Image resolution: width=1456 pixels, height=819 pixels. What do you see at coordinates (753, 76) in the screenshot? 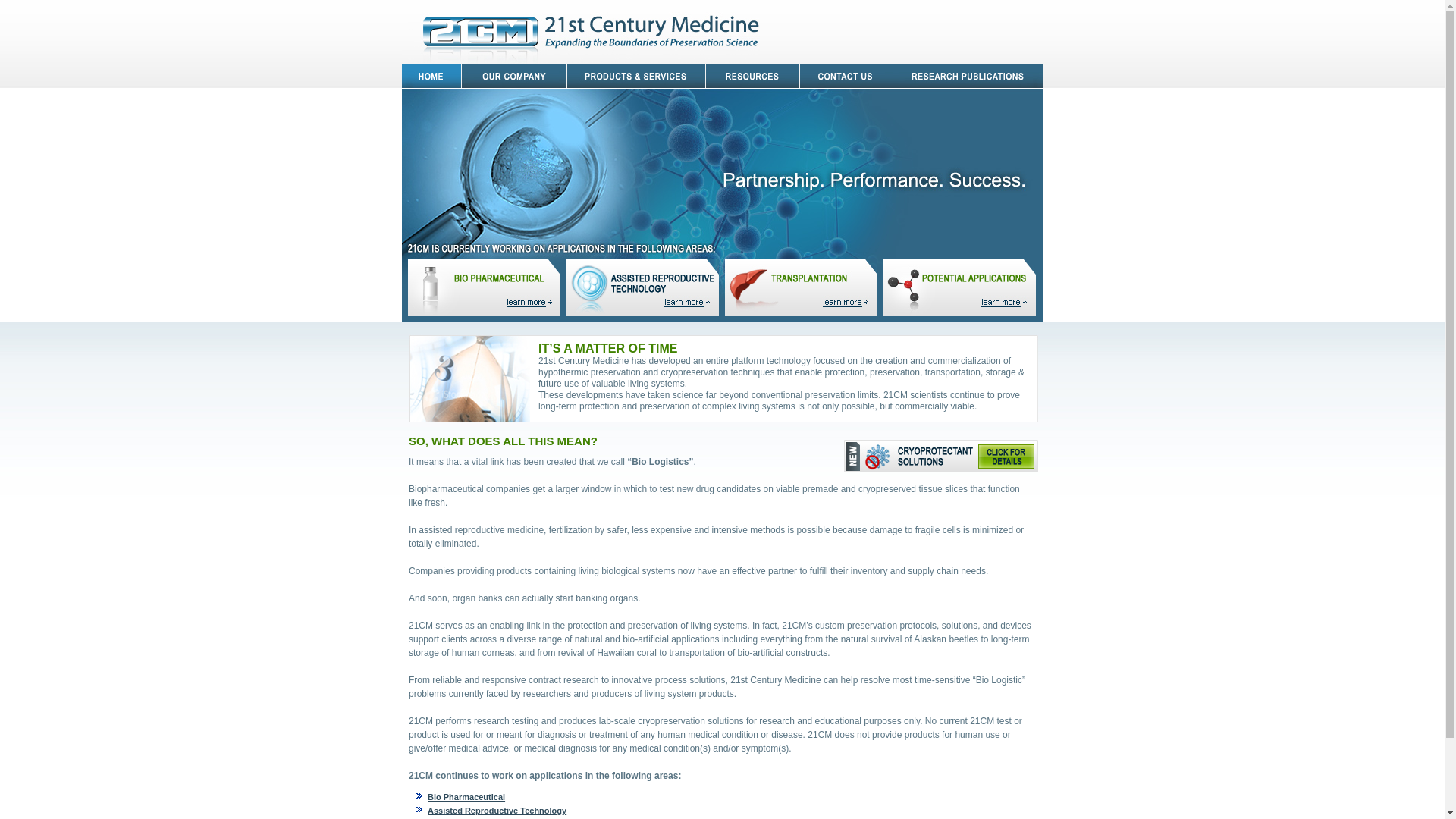
I see `'Resources'` at bounding box center [753, 76].